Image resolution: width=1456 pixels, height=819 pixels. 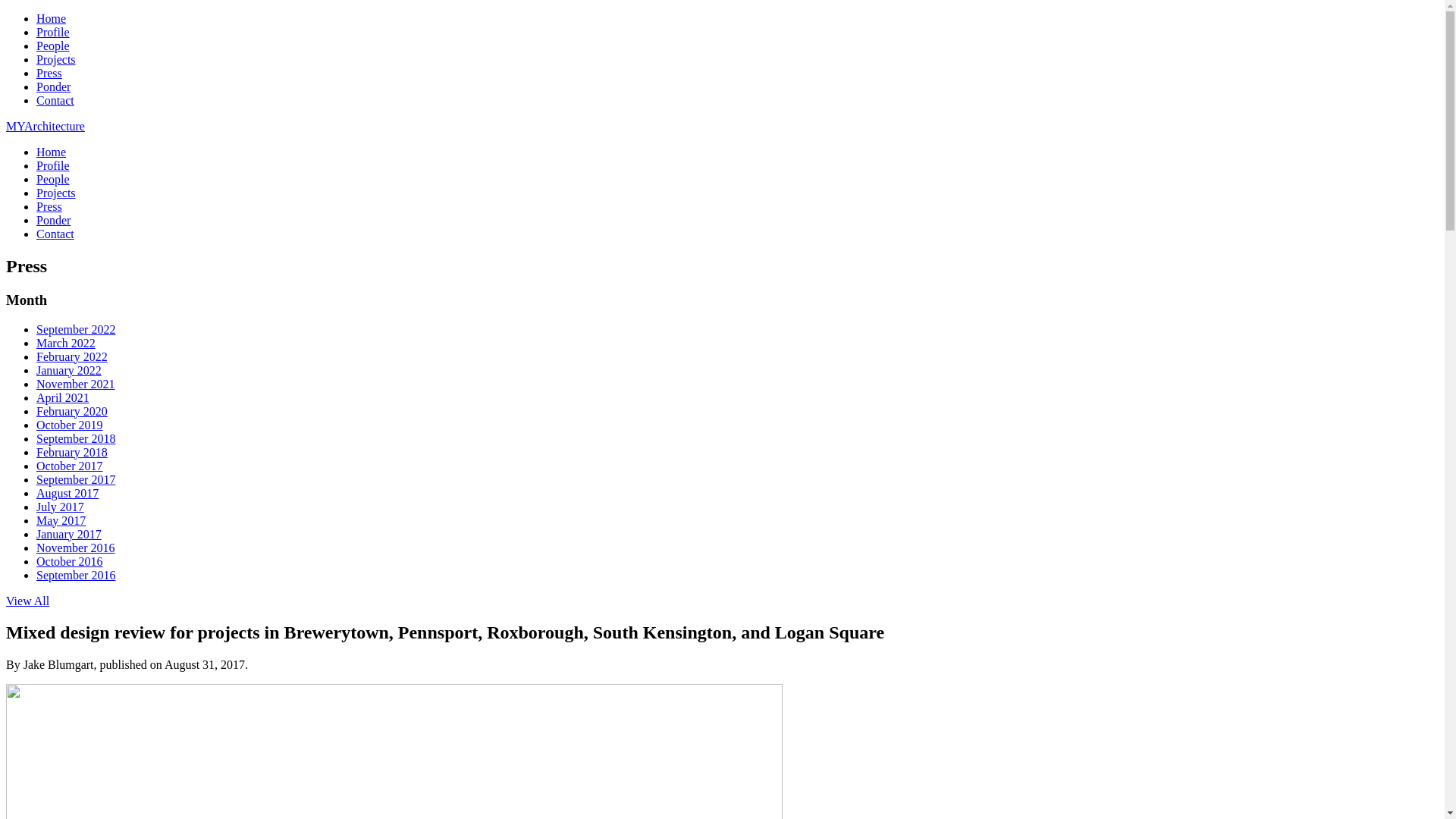 What do you see at coordinates (49, 73) in the screenshot?
I see `'Press'` at bounding box center [49, 73].